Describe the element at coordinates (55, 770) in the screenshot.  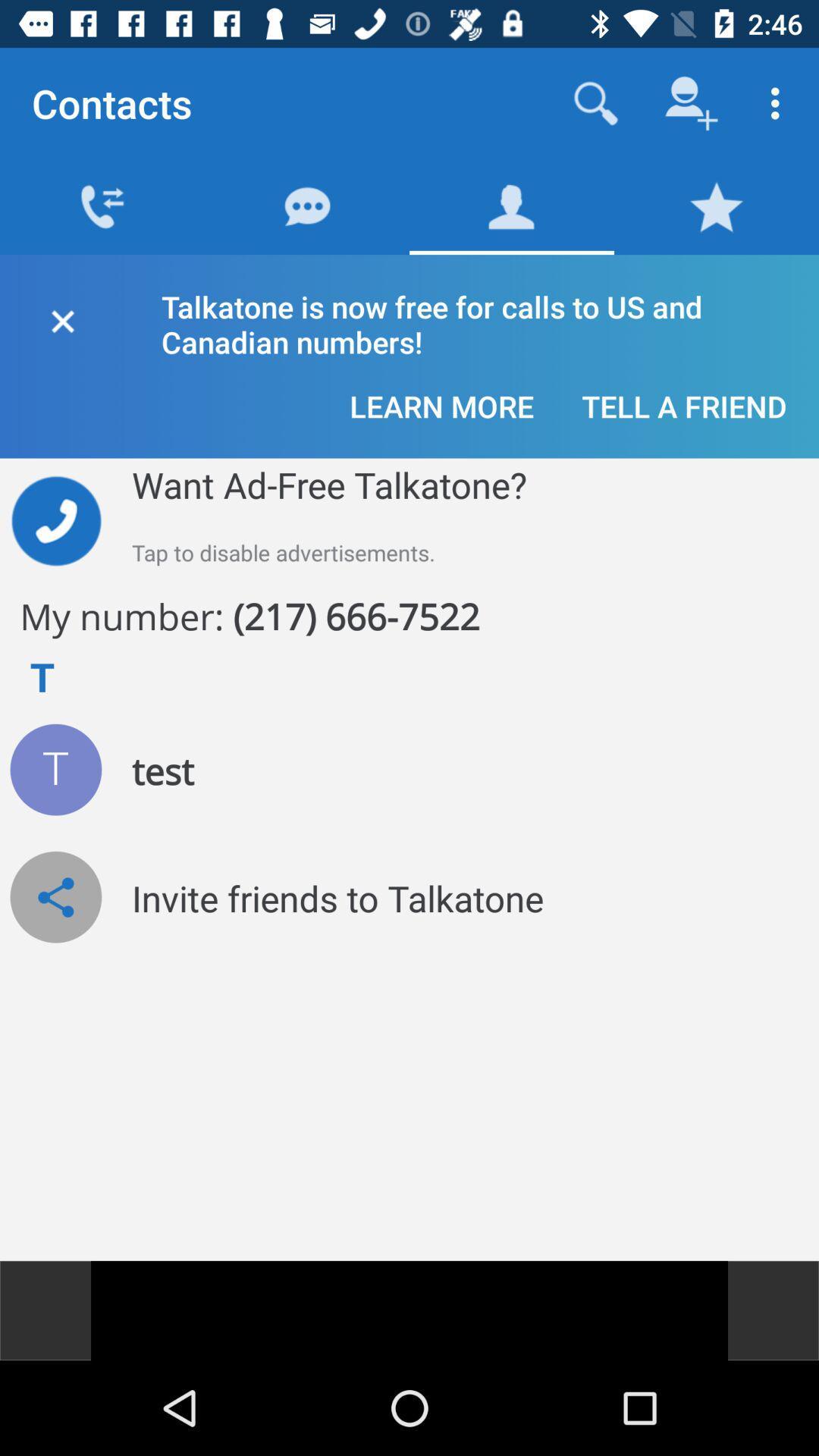
I see `t icon` at that location.